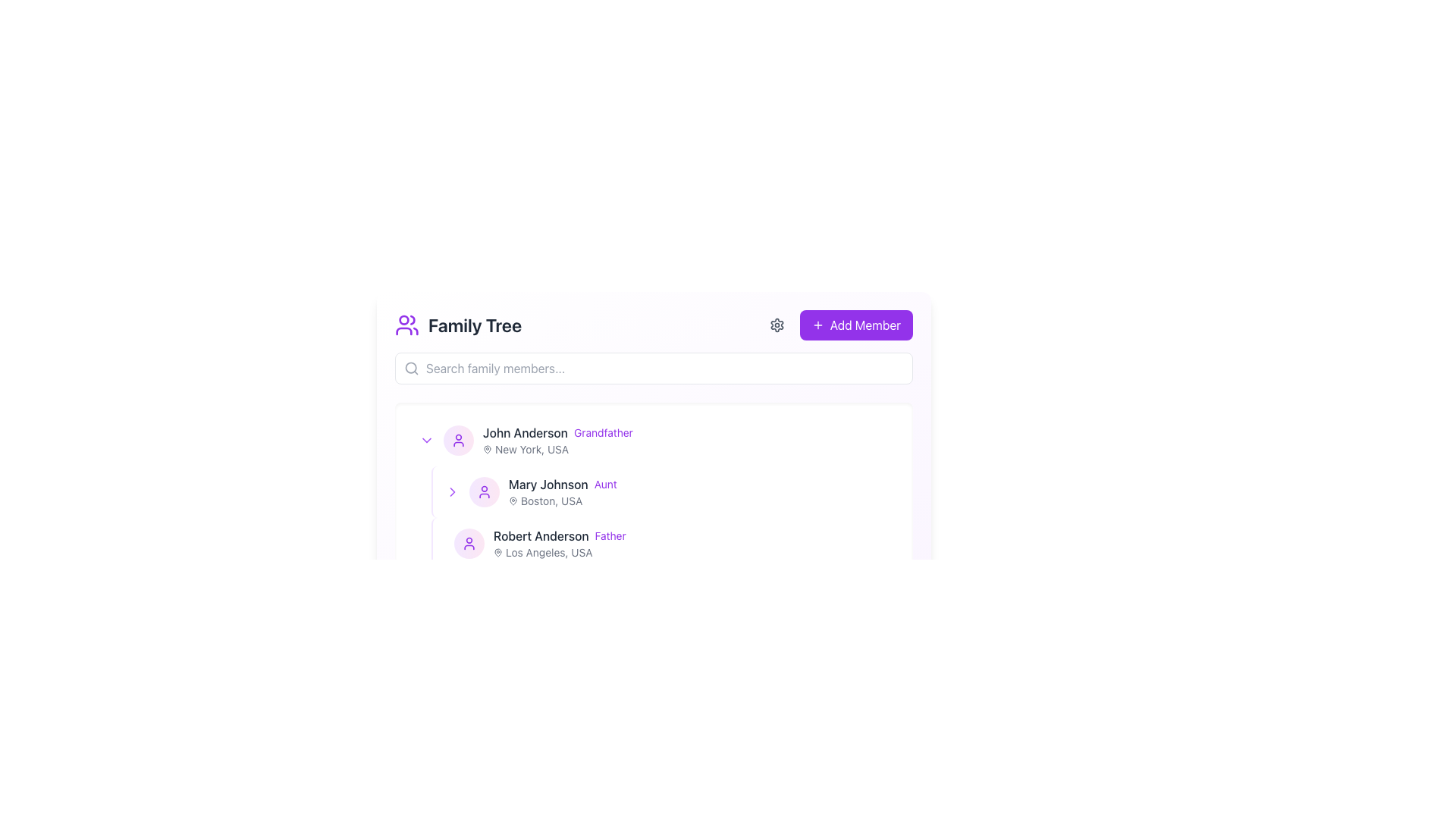  Describe the element at coordinates (686, 441) in the screenshot. I see `the first list item displaying 'John Anderson', 'Grandfather', and 'New York, USA'` at that location.